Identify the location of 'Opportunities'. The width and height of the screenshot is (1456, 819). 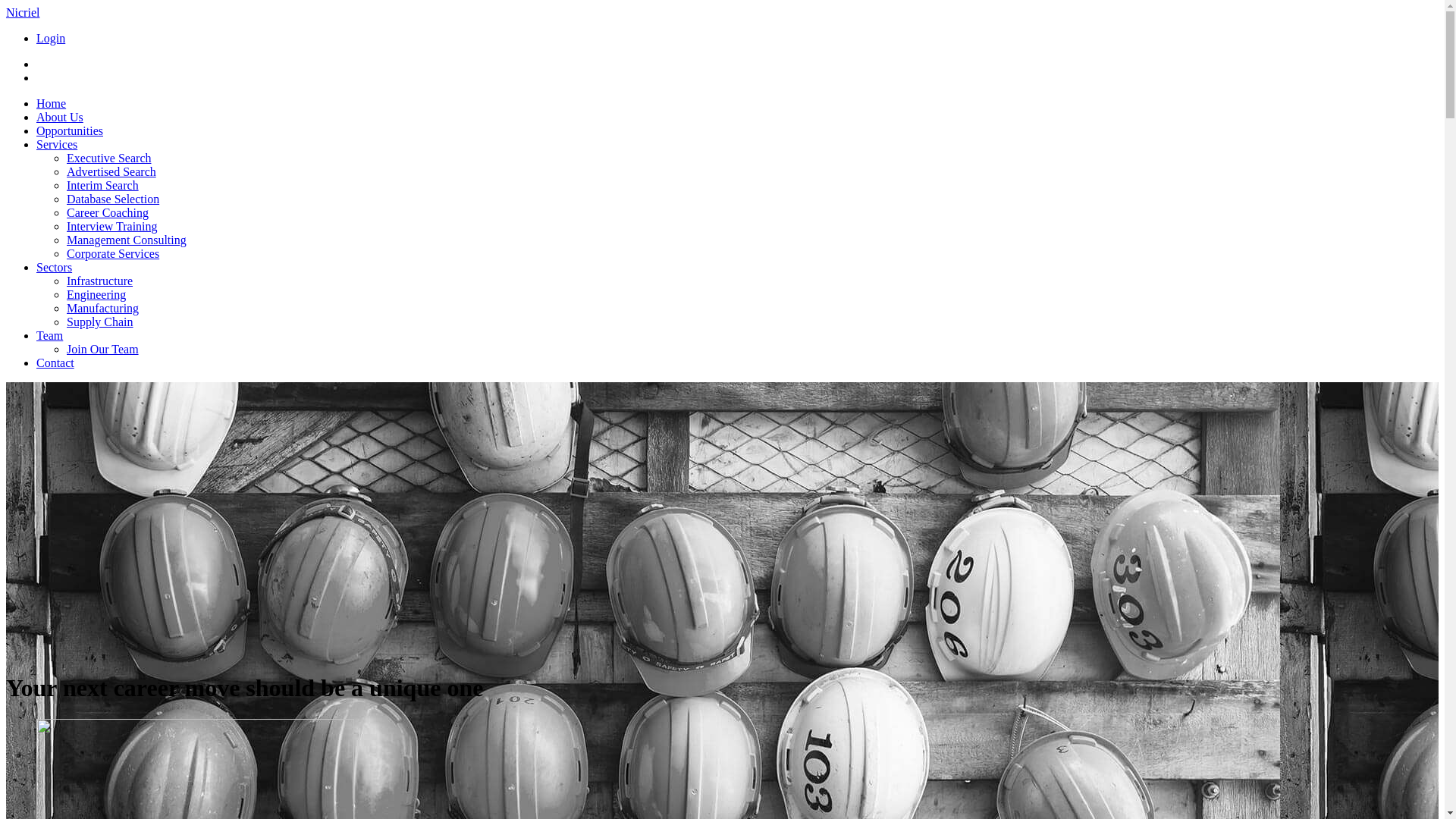
(68, 130).